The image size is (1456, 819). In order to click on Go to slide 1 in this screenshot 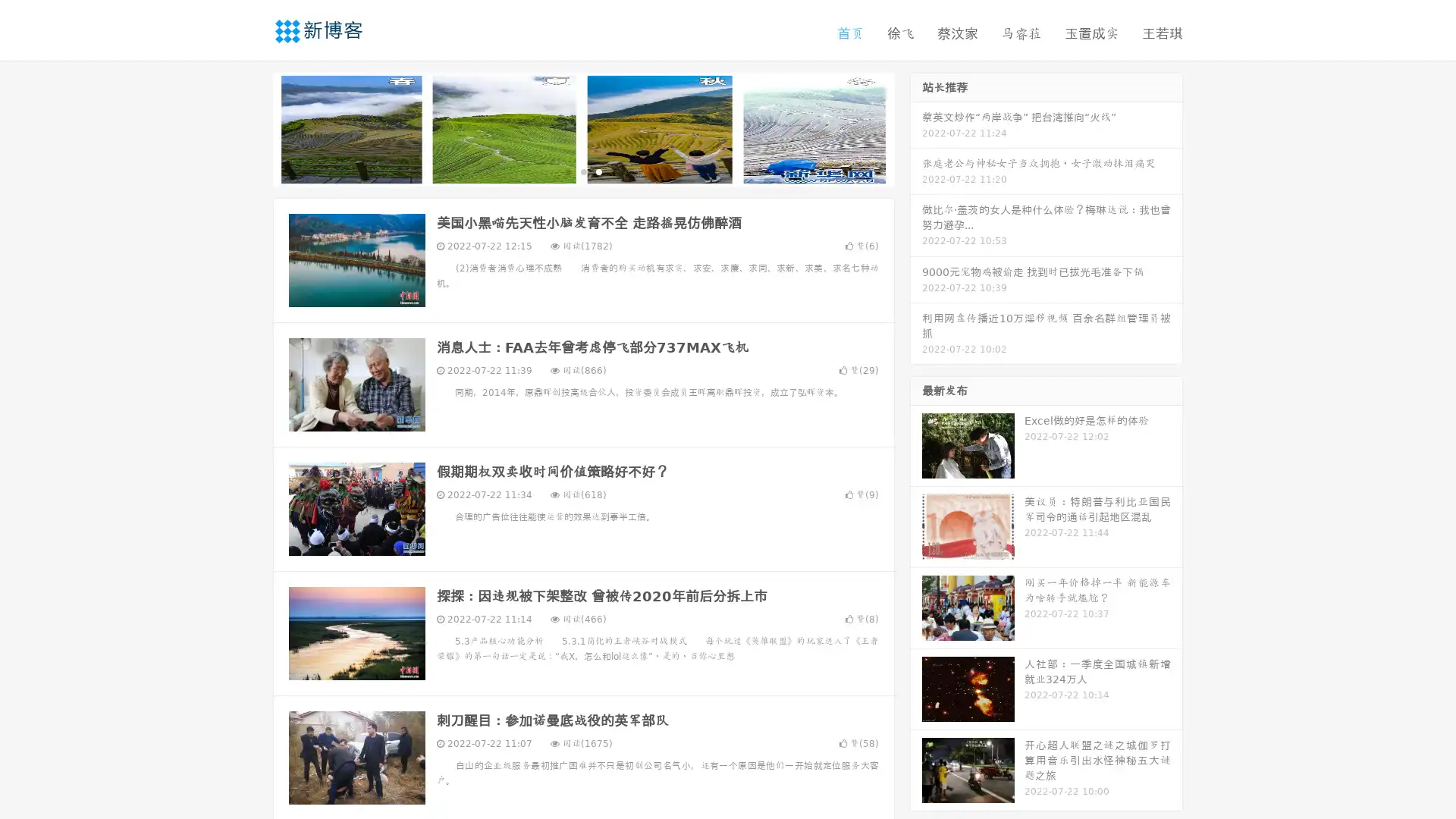, I will do `click(567, 171)`.